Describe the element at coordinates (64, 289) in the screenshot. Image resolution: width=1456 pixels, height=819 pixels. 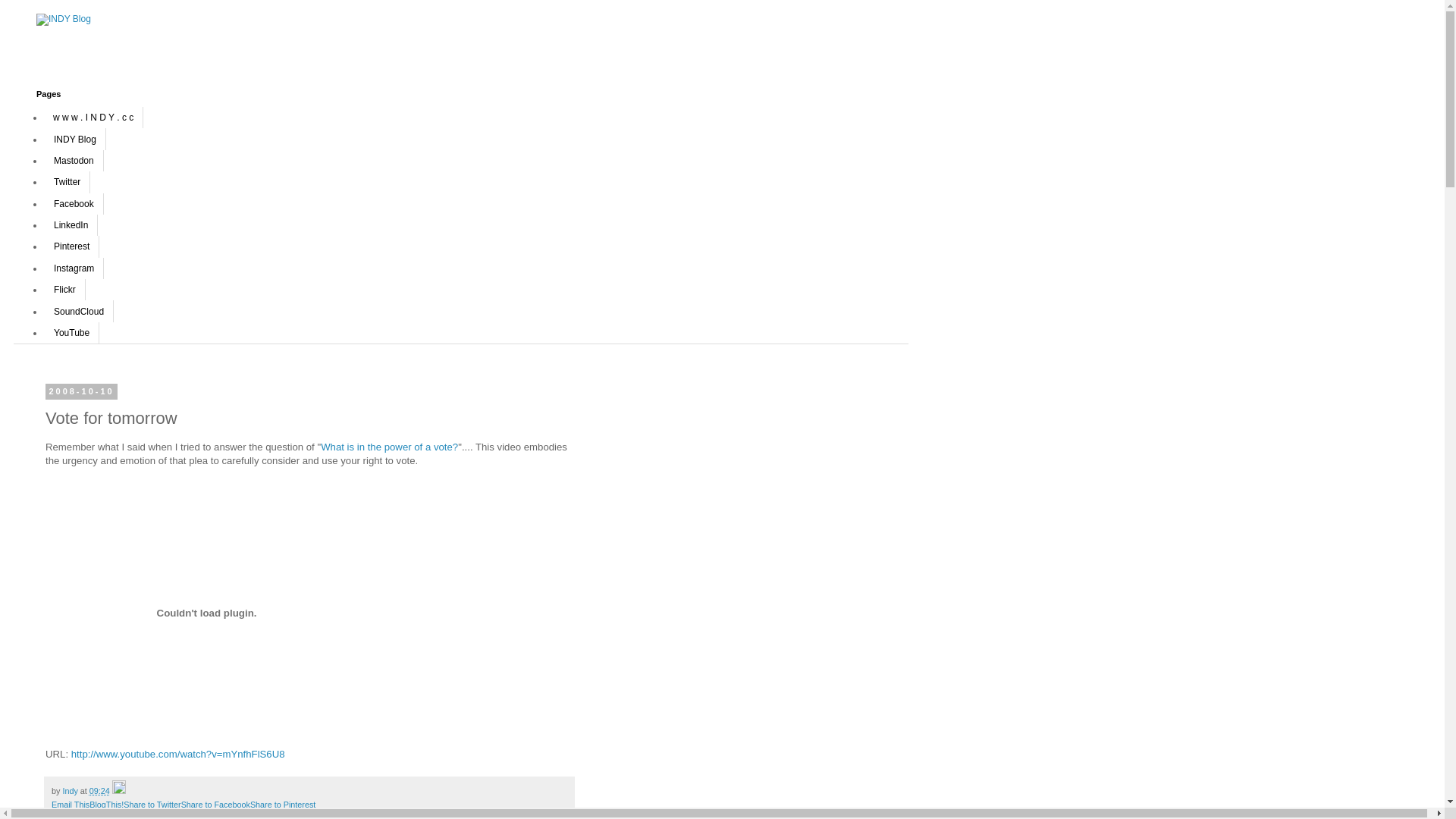
I see `'Flickr'` at that location.